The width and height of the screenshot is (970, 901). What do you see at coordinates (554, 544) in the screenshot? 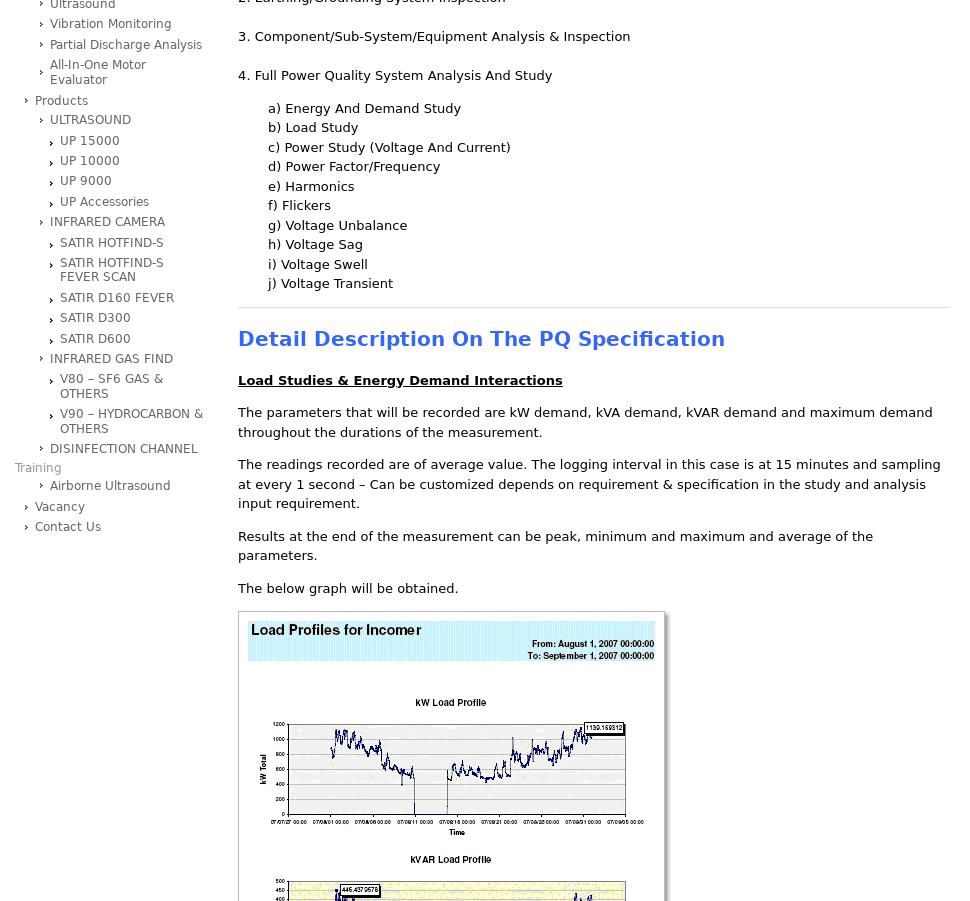
I see `'Results at the end of the measurement can be peak, minimum and maximum and average of the parameters.'` at bounding box center [554, 544].